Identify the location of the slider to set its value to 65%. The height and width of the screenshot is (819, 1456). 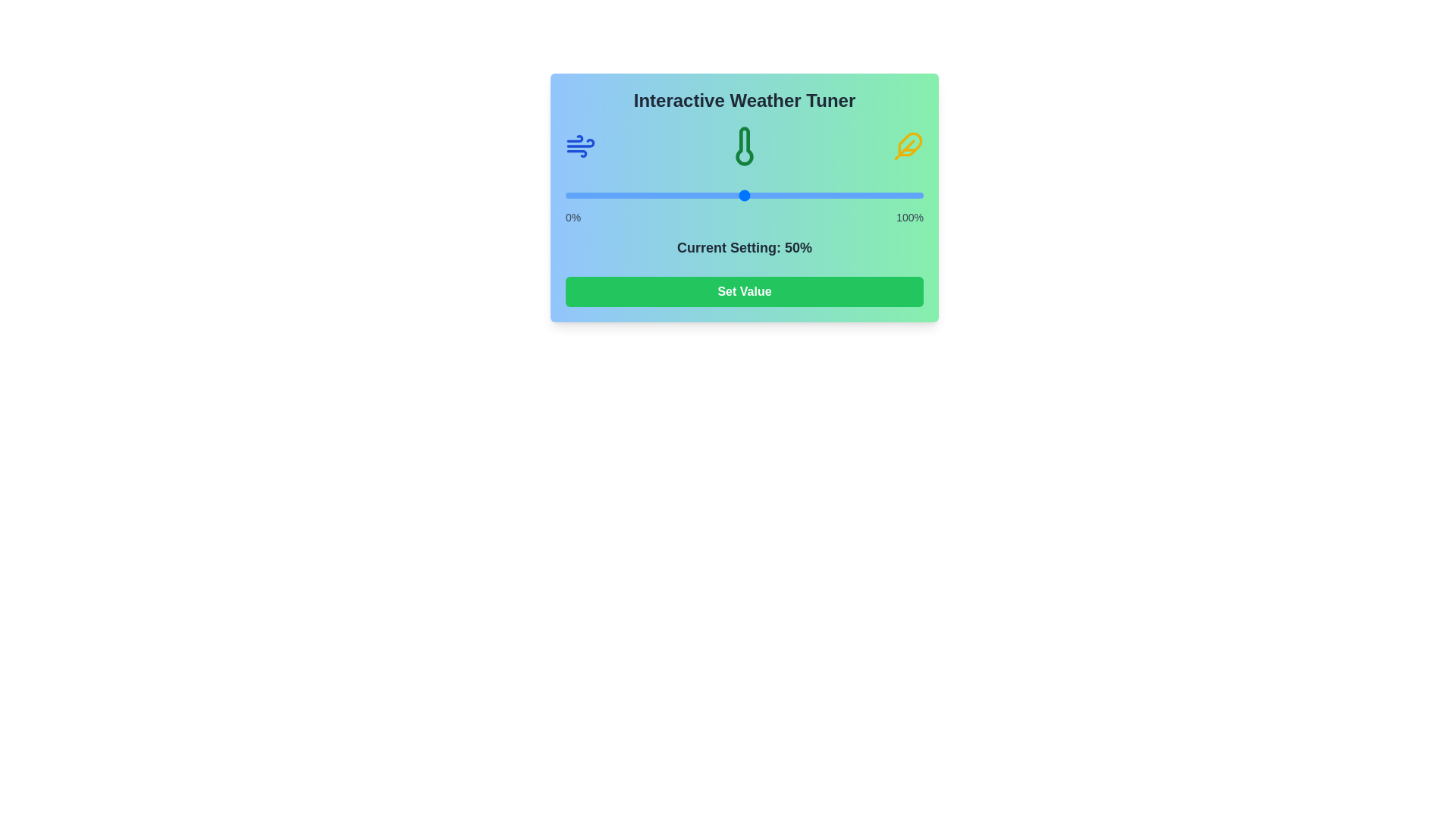
(797, 195).